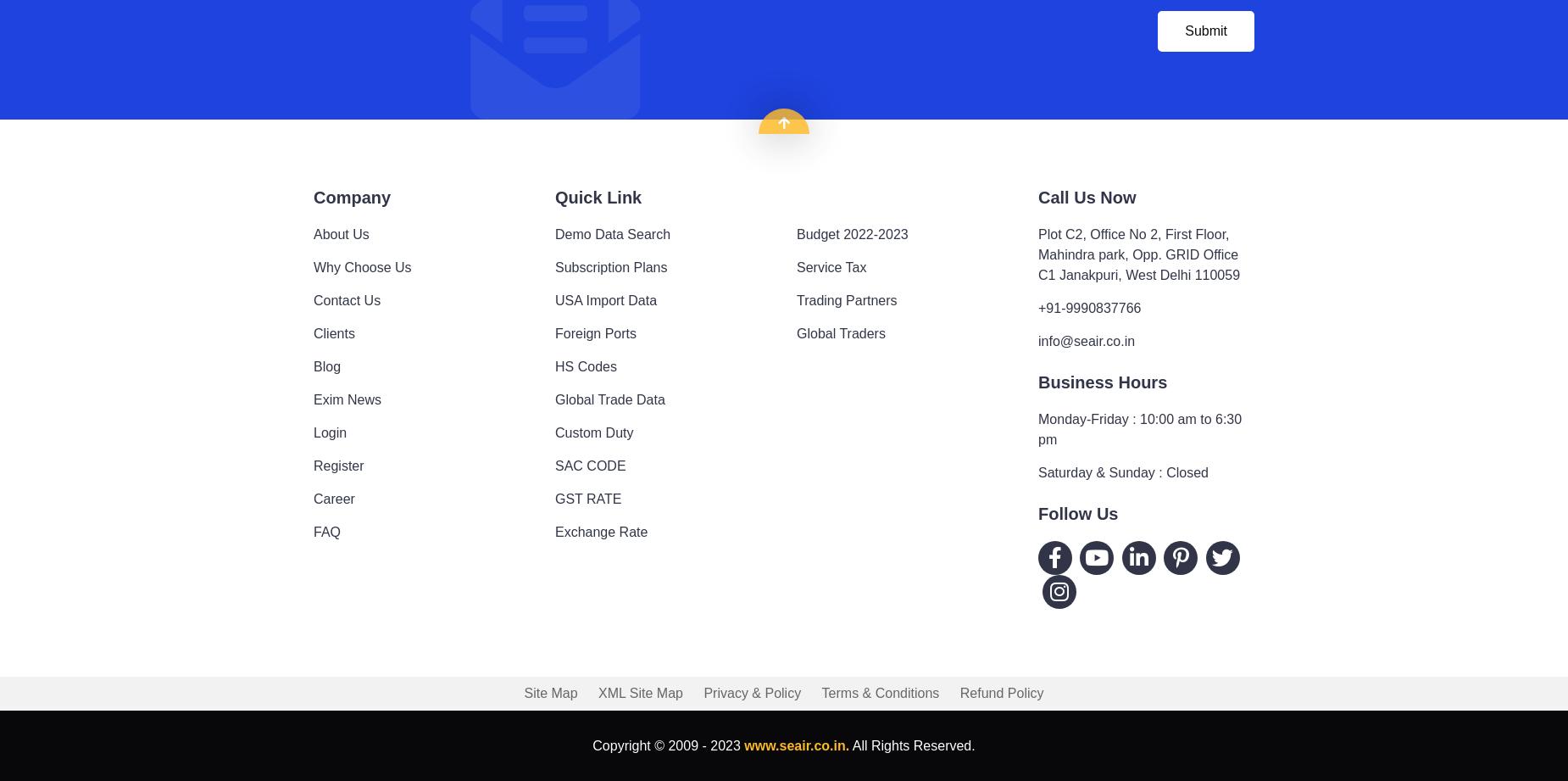 The image size is (1568, 781). I want to click on 'Site Map', so click(524, 691).